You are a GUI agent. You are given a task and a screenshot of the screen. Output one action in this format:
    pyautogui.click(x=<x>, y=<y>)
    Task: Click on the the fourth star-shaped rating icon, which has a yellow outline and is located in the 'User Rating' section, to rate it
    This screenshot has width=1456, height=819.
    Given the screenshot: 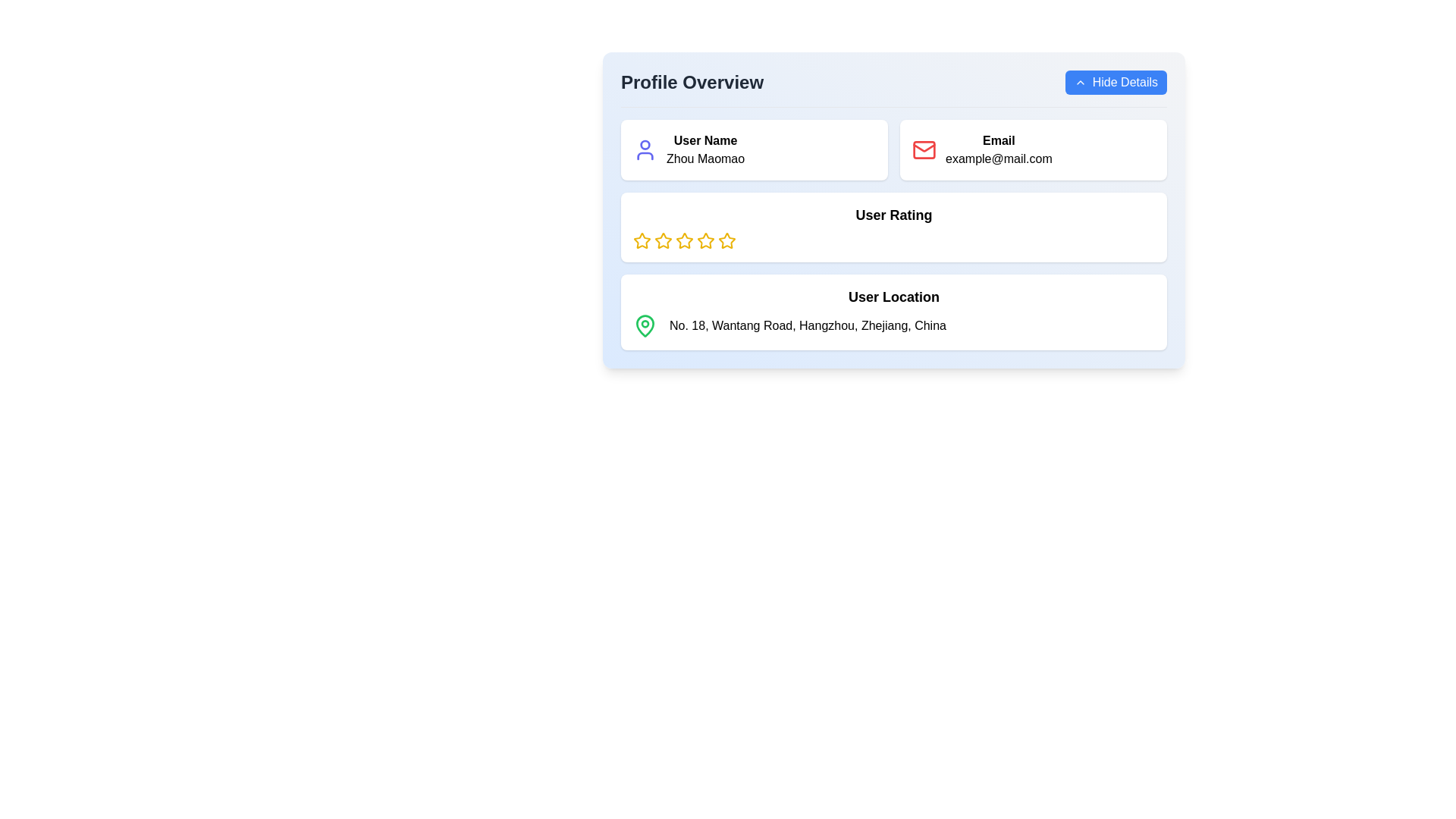 What is the action you would take?
    pyautogui.click(x=683, y=240)
    